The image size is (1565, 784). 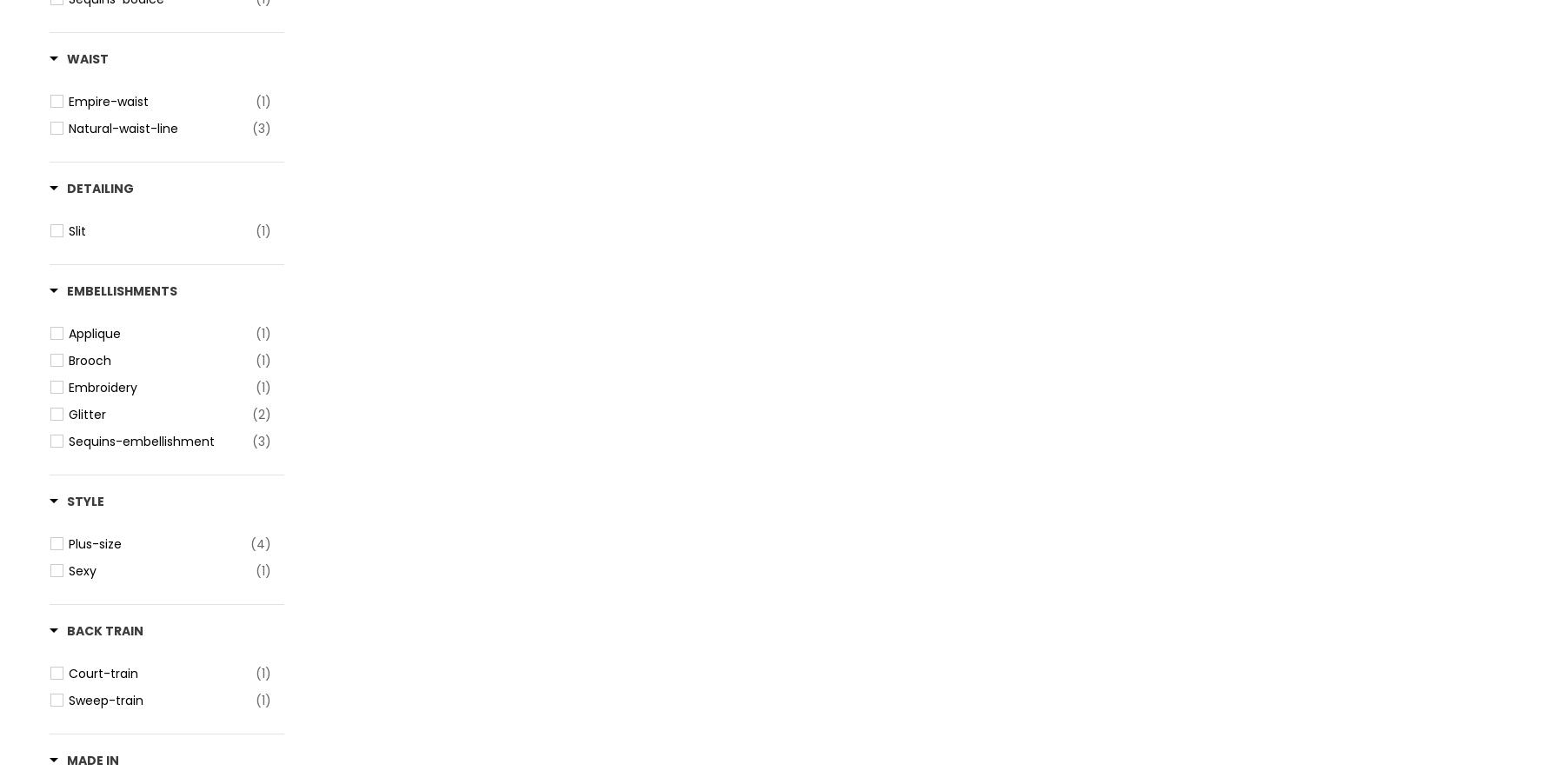 I want to click on 'Sequins-embellishment', so click(x=142, y=441).